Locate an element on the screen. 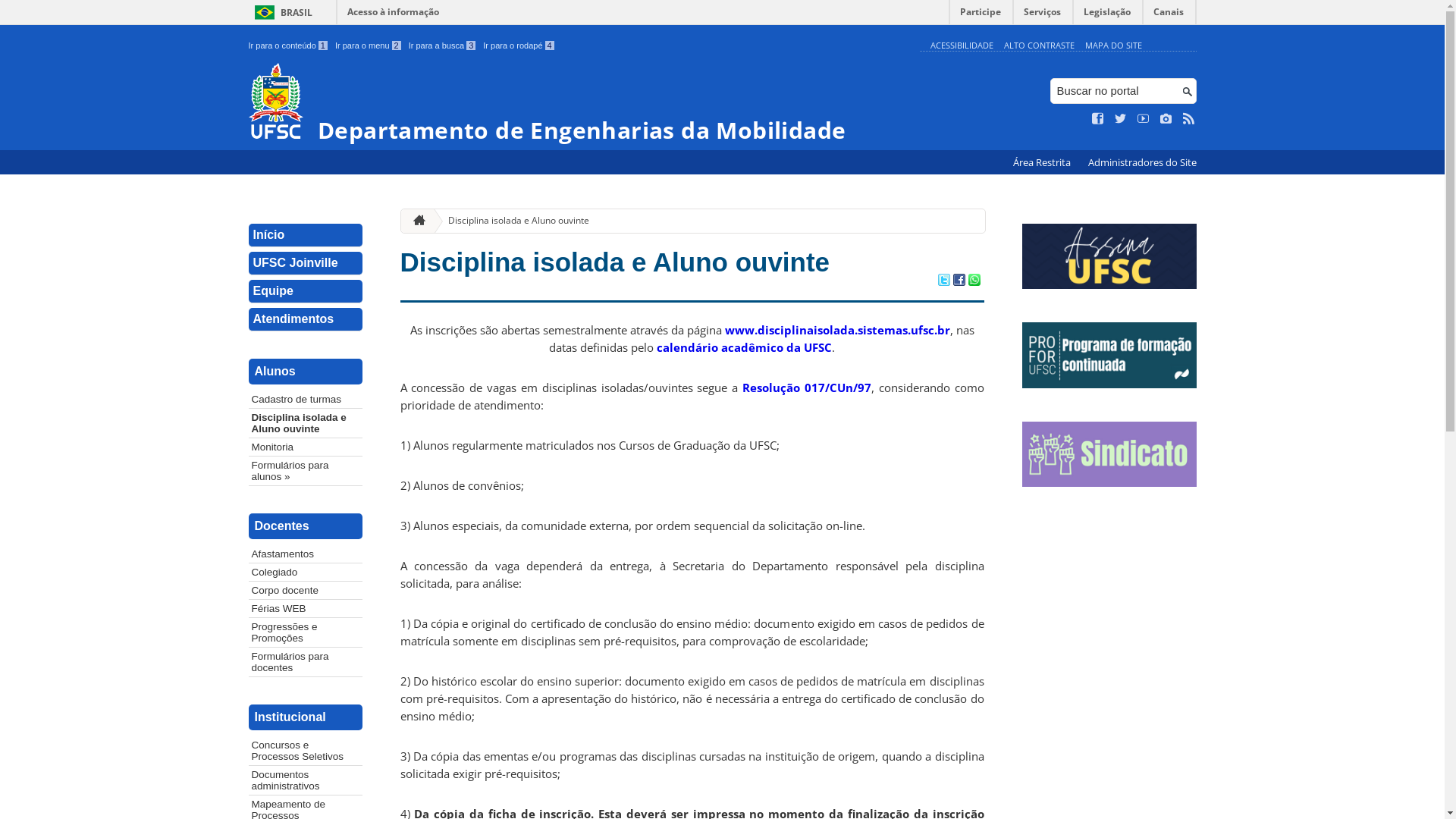 Image resolution: width=1456 pixels, height=819 pixels. 'Ir para o menu 2' is located at coordinates (368, 45).